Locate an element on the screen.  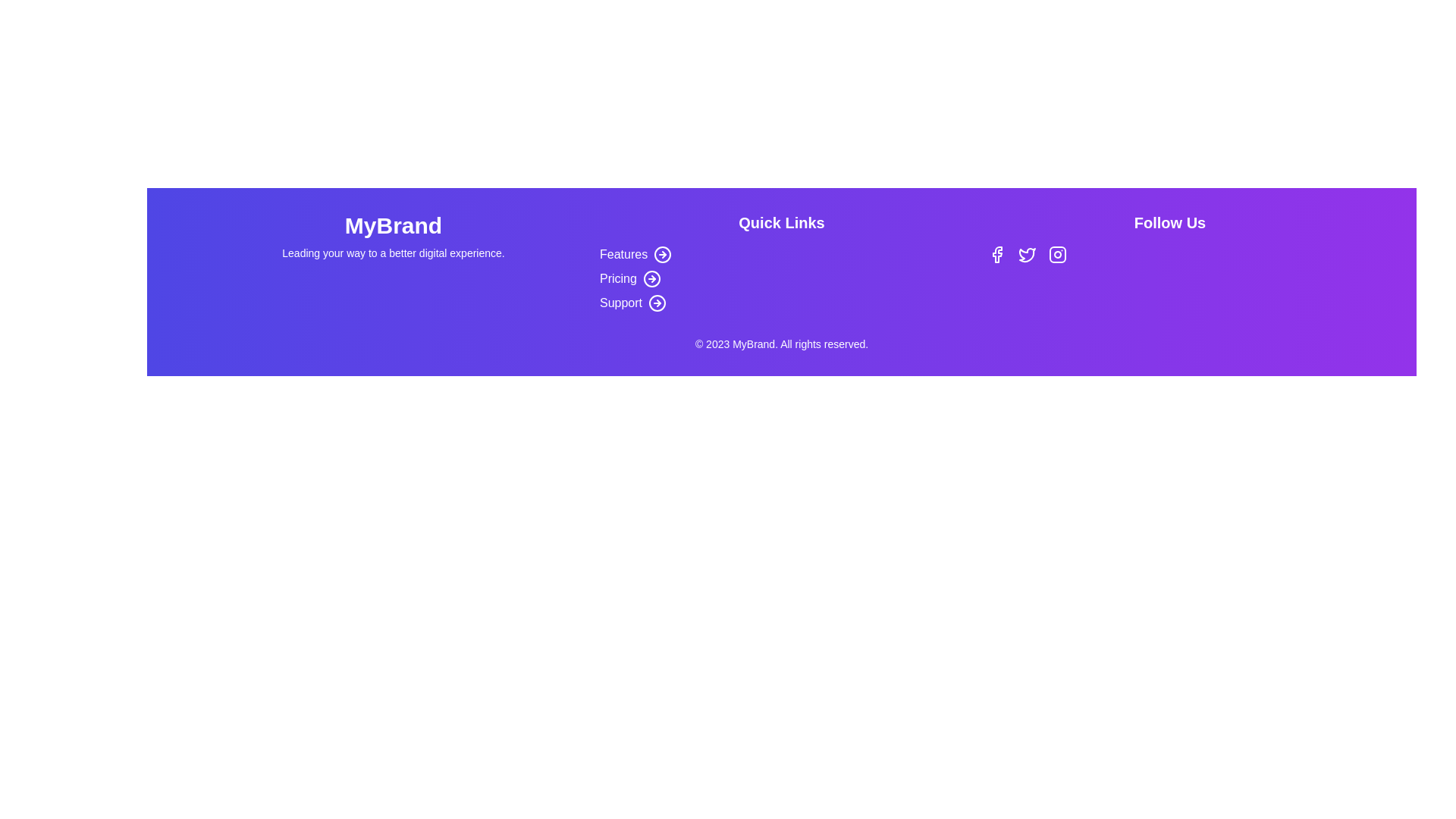
the Facebook icon link, which has a purple background and is the first in a group of three social media icons in the 'Follow Us' section is located at coordinates (997, 253).